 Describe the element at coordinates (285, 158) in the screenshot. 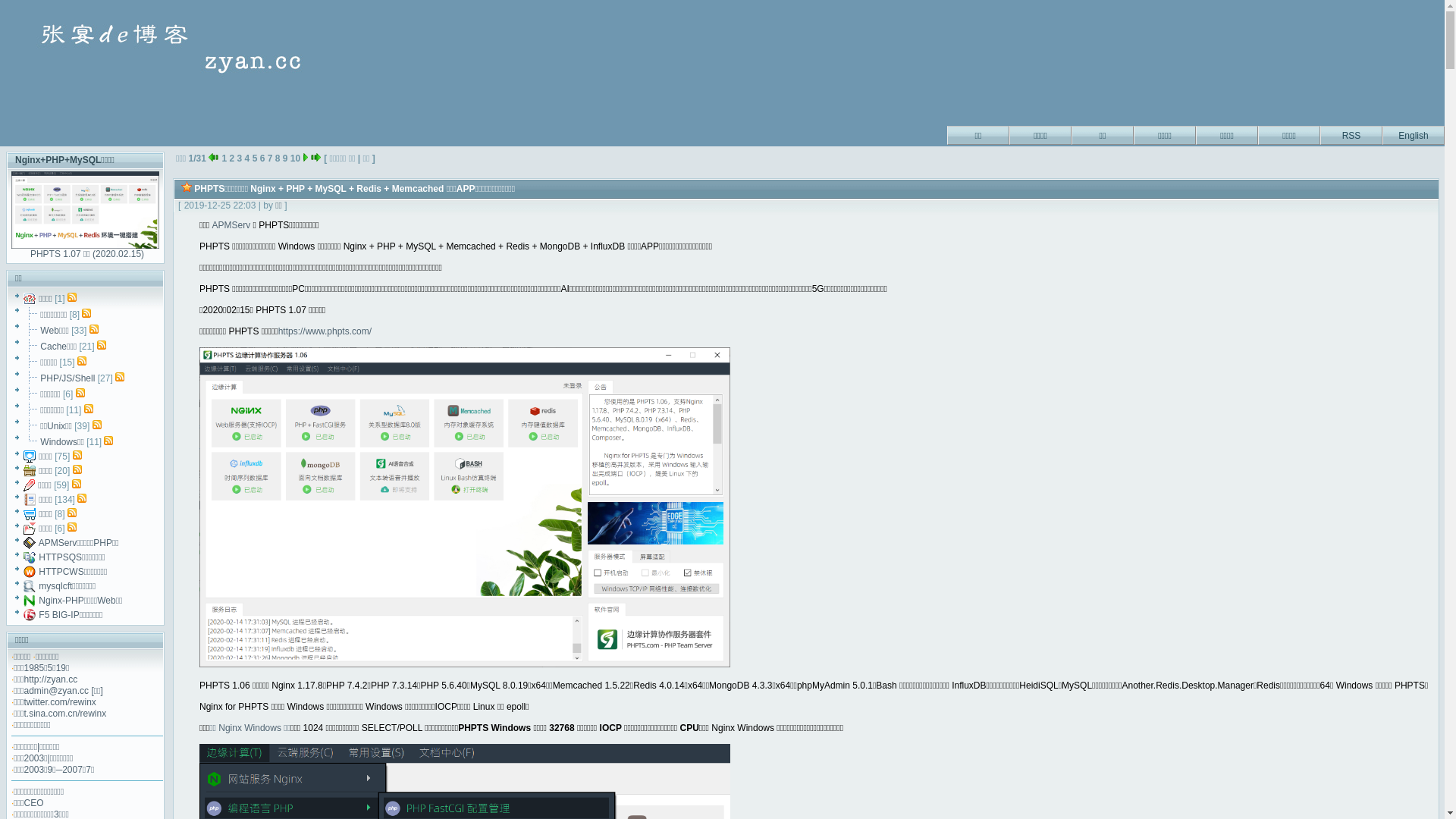

I see `'9'` at that location.